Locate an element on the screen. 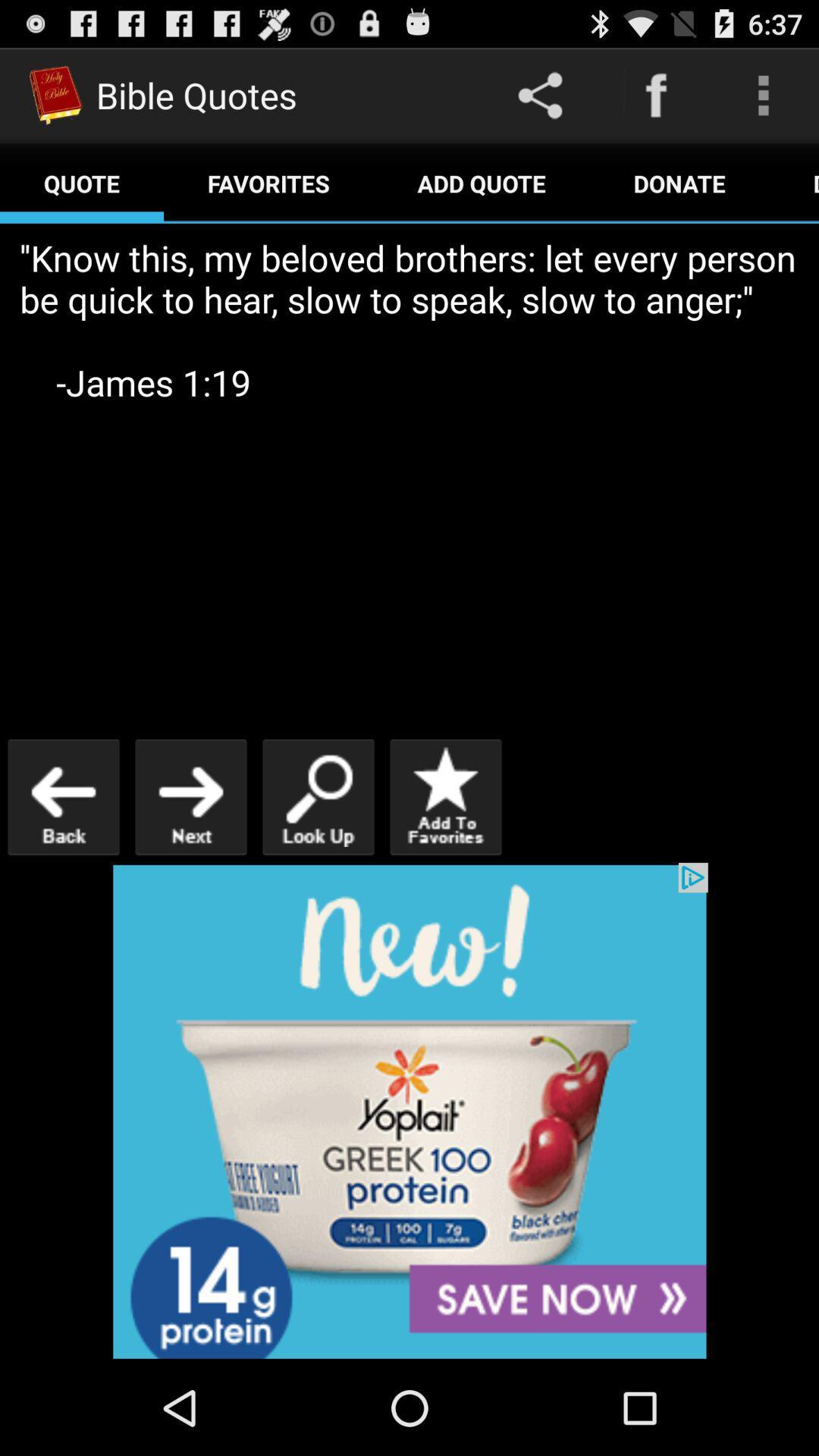 The height and width of the screenshot is (1456, 819). the arrow_forward icon is located at coordinates (190, 852).